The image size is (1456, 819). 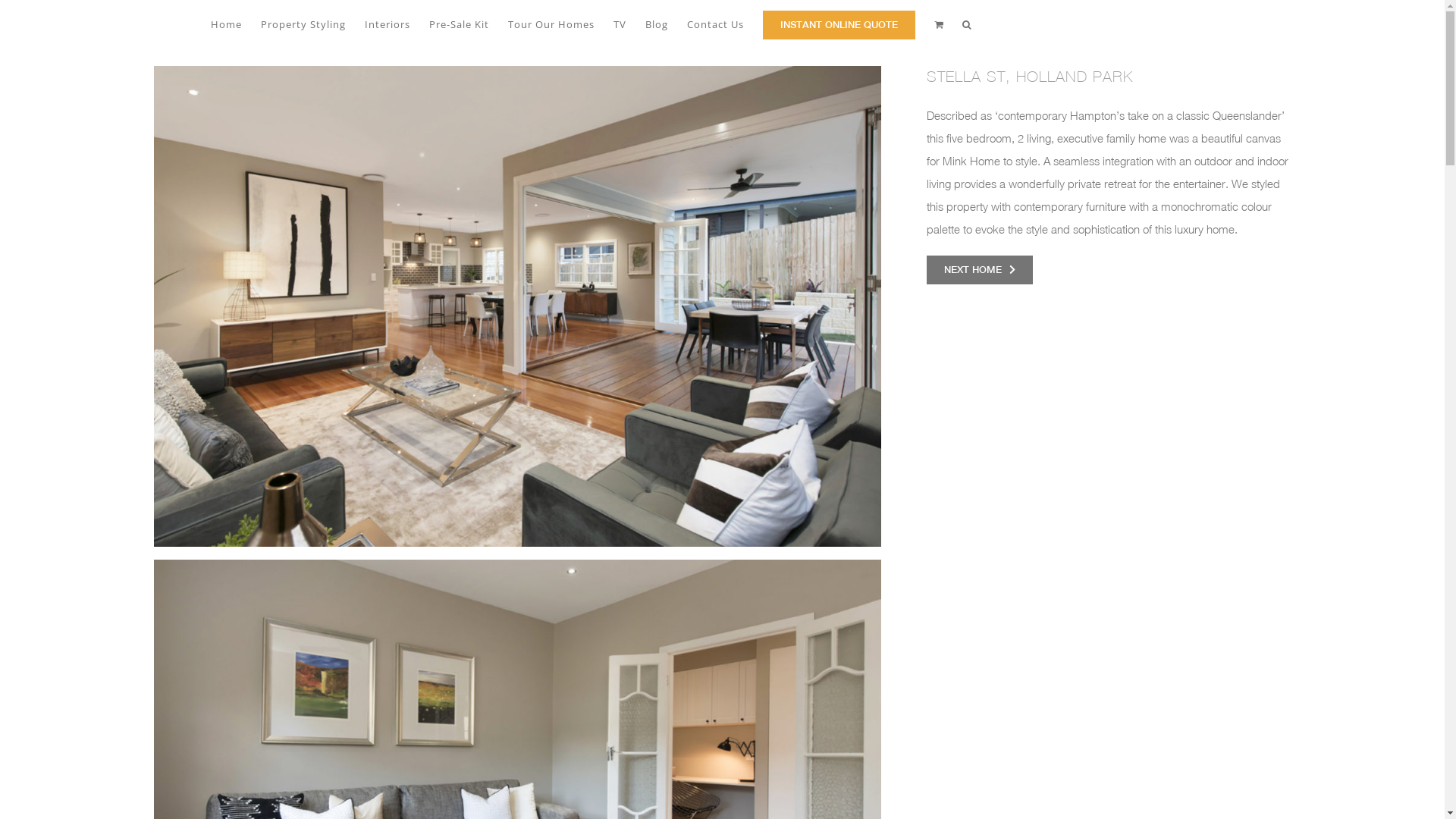 What do you see at coordinates (550, 23) in the screenshot?
I see `'Tour Our Homes'` at bounding box center [550, 23].